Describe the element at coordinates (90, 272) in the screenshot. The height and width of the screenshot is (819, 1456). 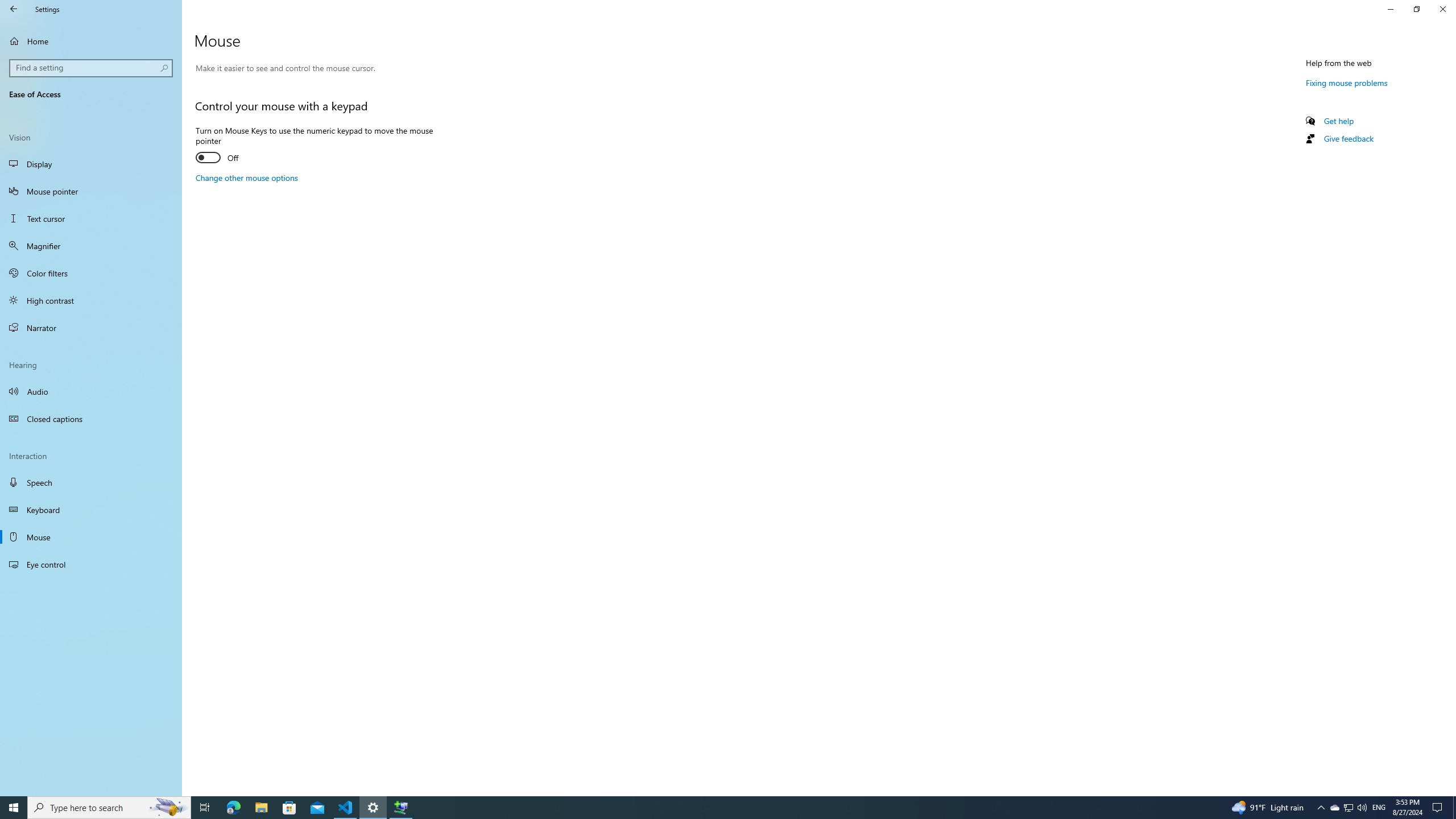
I see `'Color filters'` at that location.